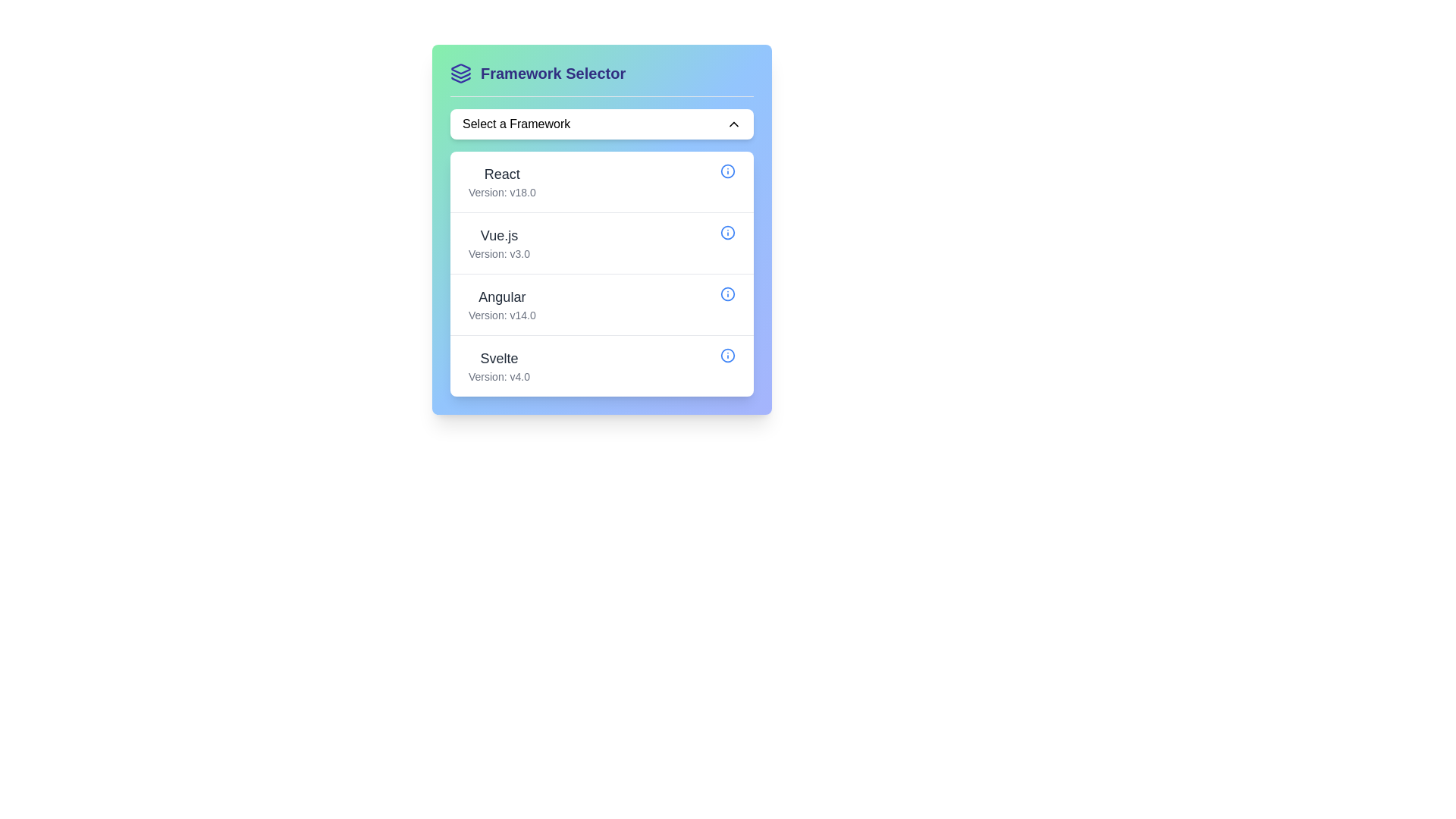  What do you see at coordinates (601, 124) in the screenshot?
I see `the Dropdown button labeled 'Select a Framework' within the 'Framework Selector' card` at bounding box center [601, 124].